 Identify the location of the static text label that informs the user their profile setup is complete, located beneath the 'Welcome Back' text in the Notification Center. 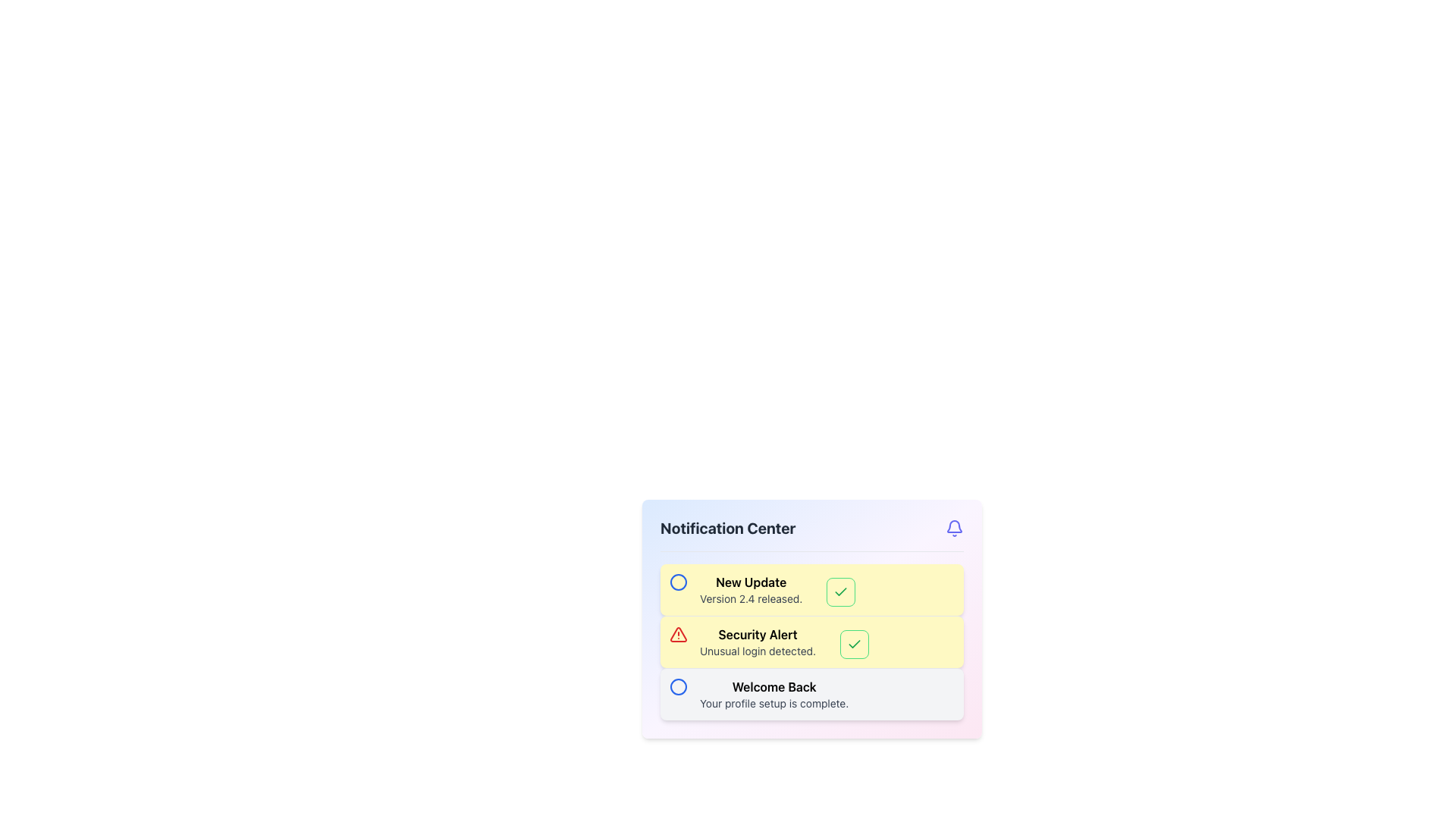
(774, 704).